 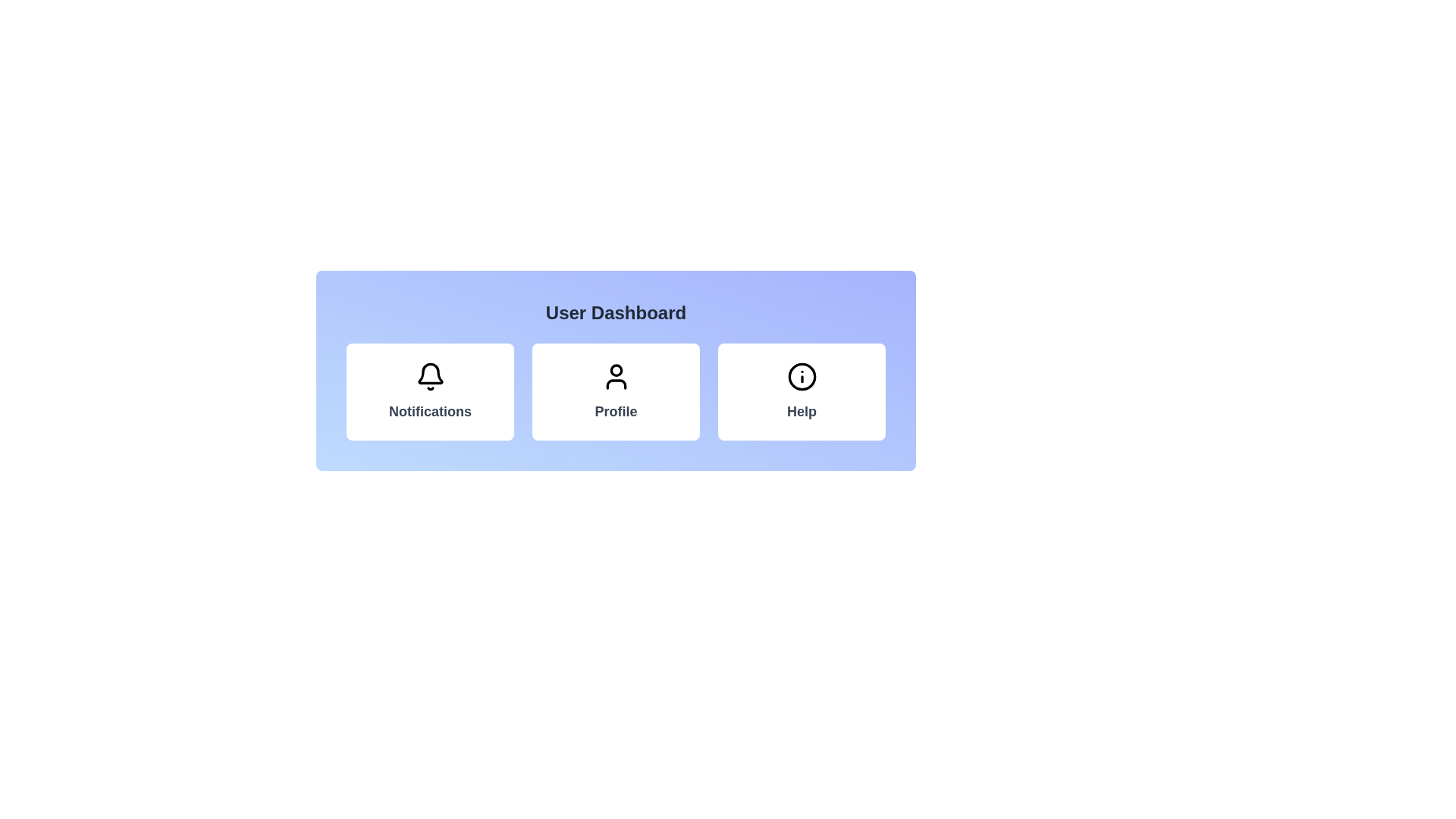 I want to click on the Text Label element which is a bold, large dark gray header centrally aligned at the top of a section with a gradient blue background, positioned above the 'Notifications', 'Profile', and 'Help' elements, so click(x=616, y=312).